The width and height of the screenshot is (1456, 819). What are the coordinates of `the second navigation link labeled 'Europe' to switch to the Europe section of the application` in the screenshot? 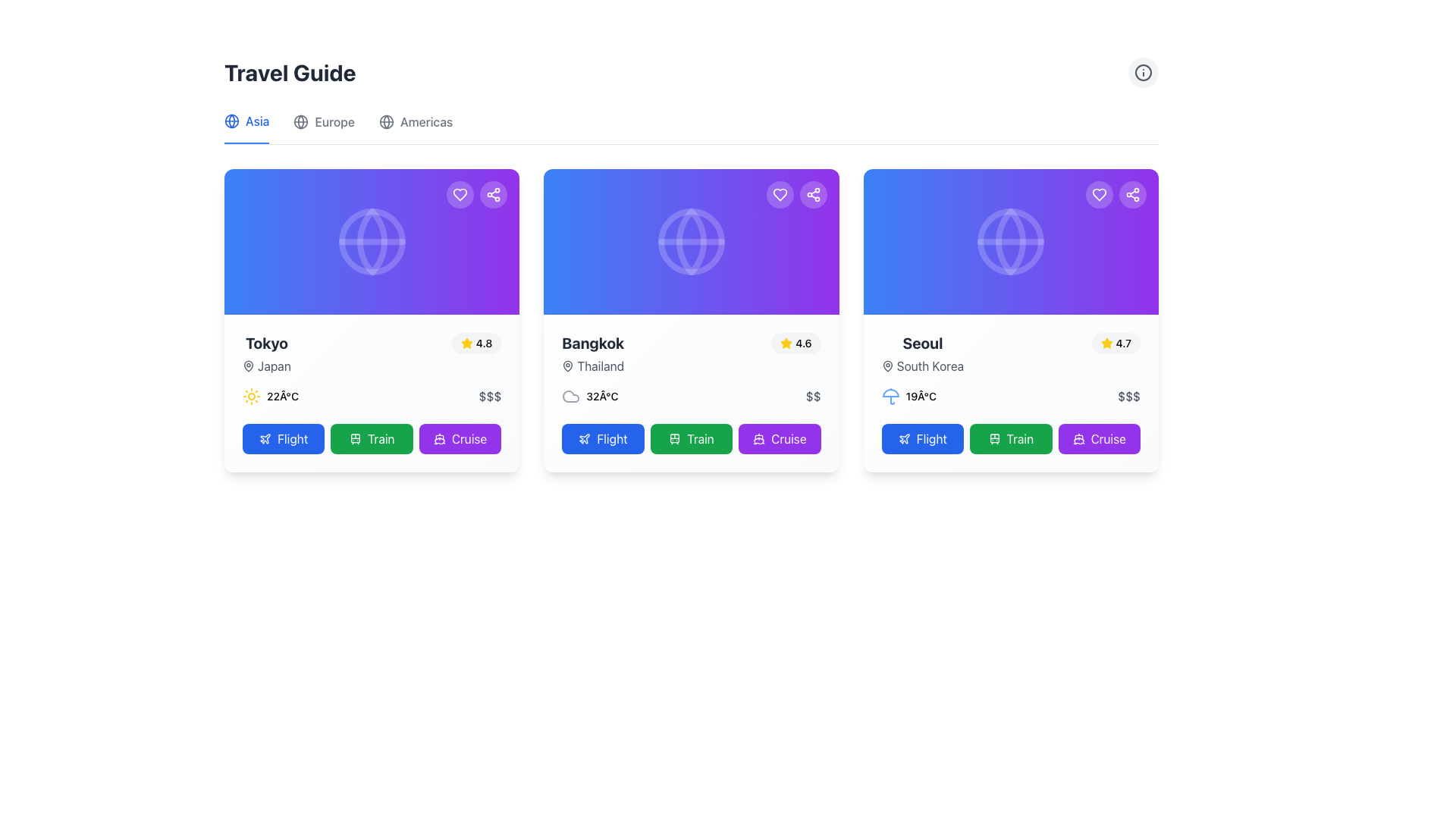 It's located at (323, 127).